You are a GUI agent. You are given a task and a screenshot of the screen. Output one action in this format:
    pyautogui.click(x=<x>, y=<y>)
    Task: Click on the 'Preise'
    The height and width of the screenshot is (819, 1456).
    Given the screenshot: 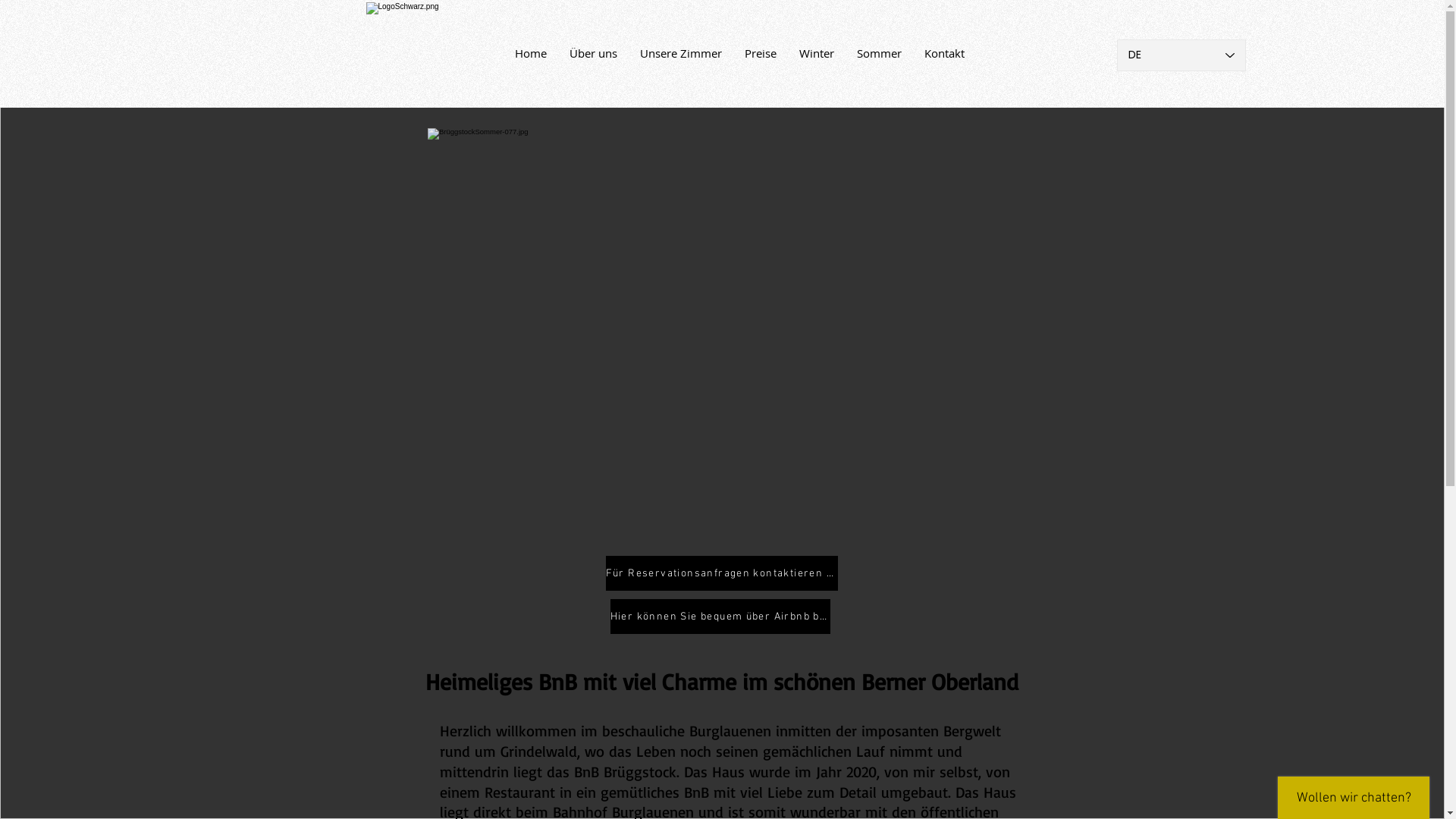 What is the action you would take?
    pyautogui.click(x=760, y=52)
    